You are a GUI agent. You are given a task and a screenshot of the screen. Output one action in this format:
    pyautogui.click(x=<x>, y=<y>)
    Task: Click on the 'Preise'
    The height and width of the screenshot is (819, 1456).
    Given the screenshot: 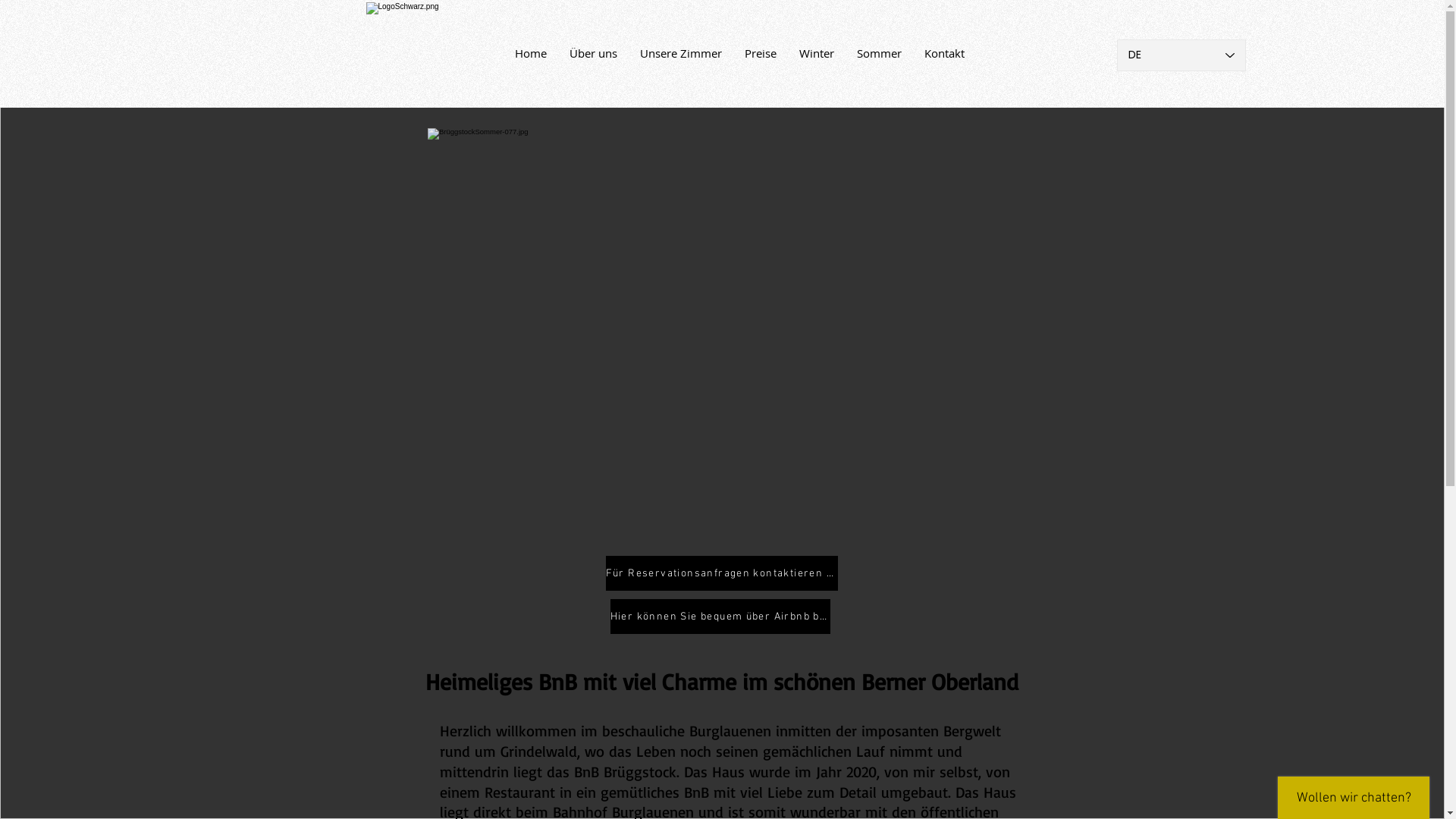 What is the action you would take?
    pyautogui.click(x=760, y=52)
    